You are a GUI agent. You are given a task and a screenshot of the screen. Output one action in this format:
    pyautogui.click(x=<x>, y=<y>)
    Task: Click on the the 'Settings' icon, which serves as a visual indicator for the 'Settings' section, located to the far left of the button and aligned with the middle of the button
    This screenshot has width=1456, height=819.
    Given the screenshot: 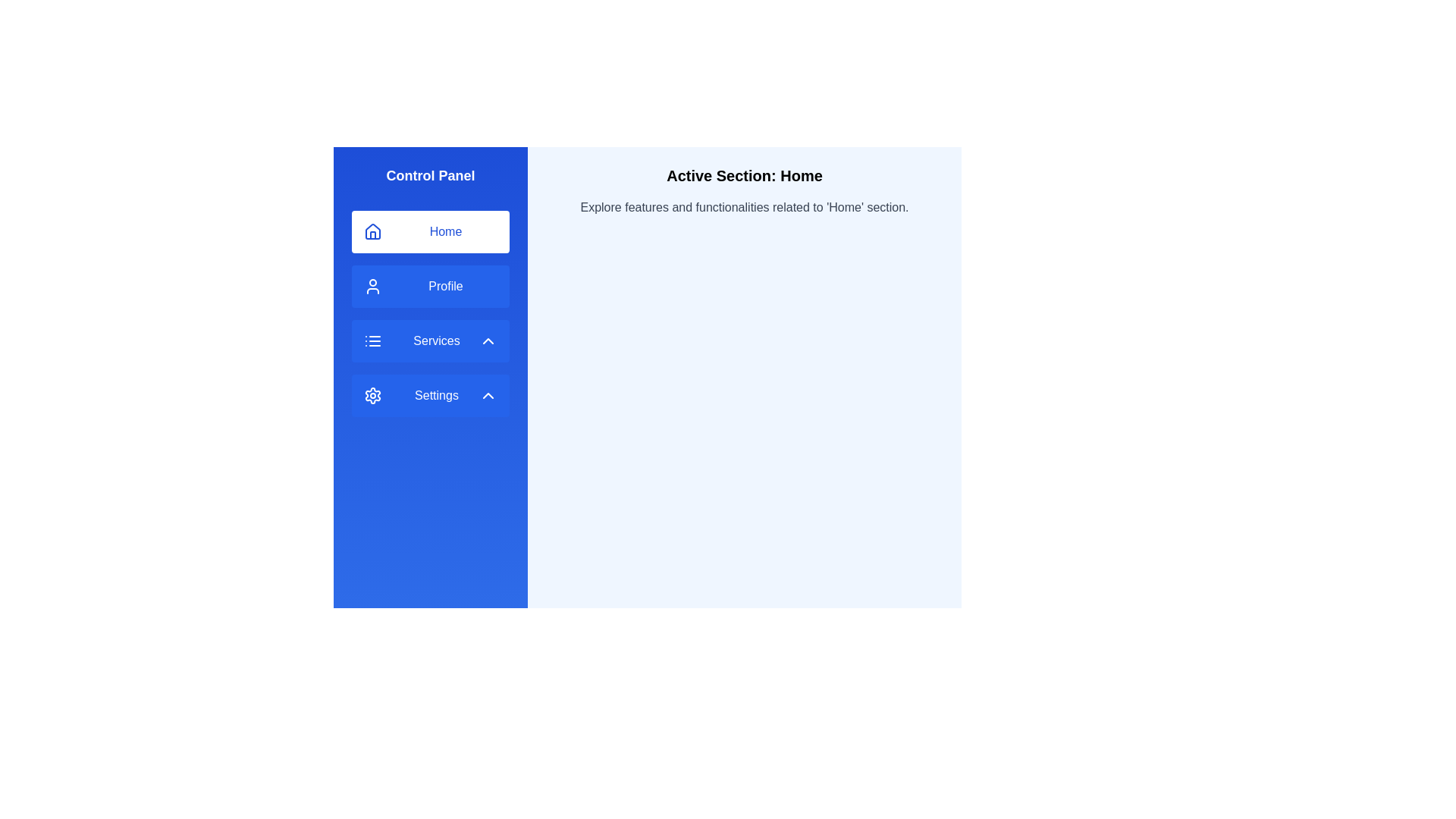 What is the action you would take?
    pyautogui.click(x=372, y=394)
    